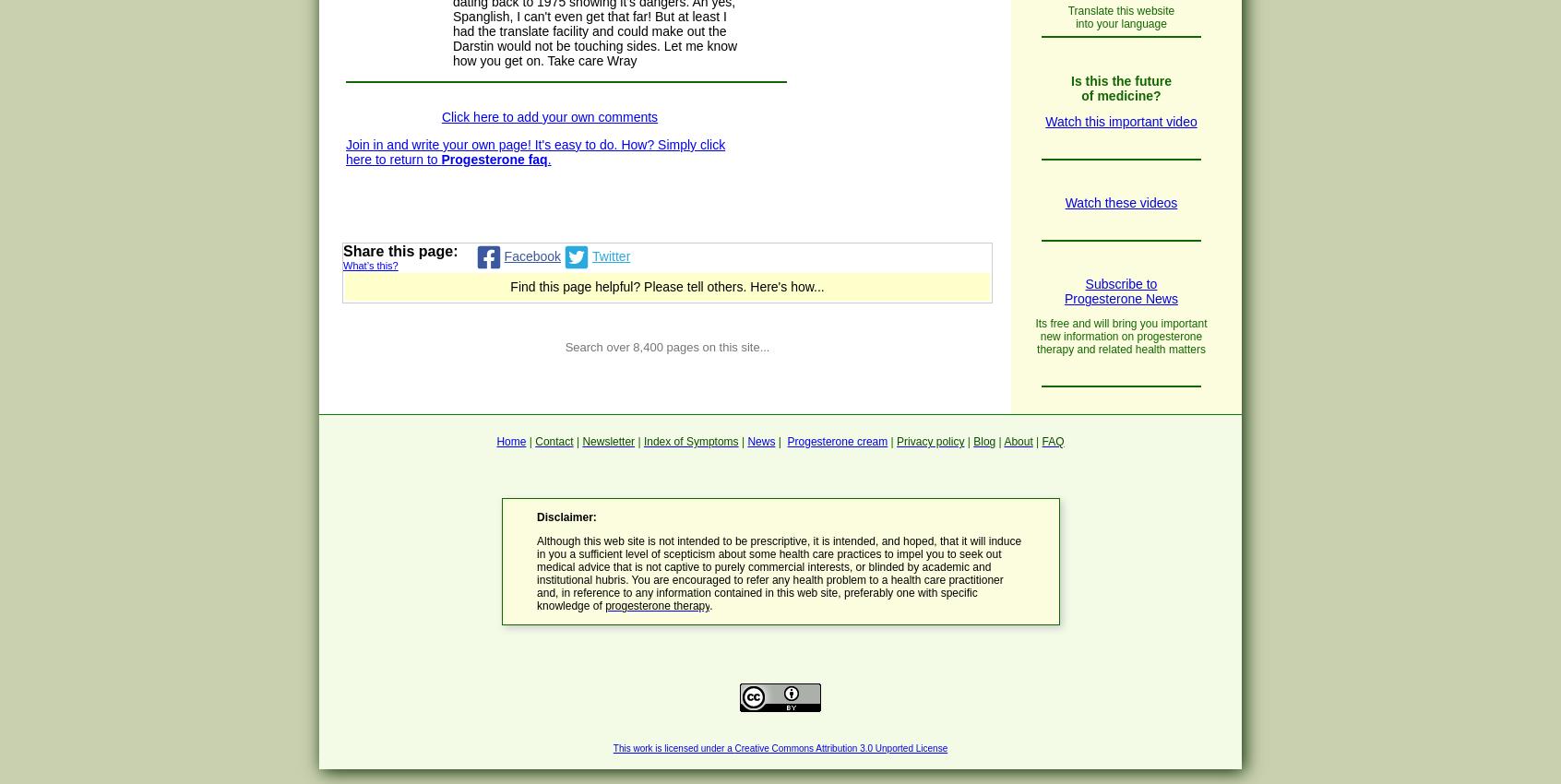 The height and width of the screenshot is (784, 1561). Describe the element at coordinates (1051, 441) in the screenshot. I see `'FAQ'` at that location.